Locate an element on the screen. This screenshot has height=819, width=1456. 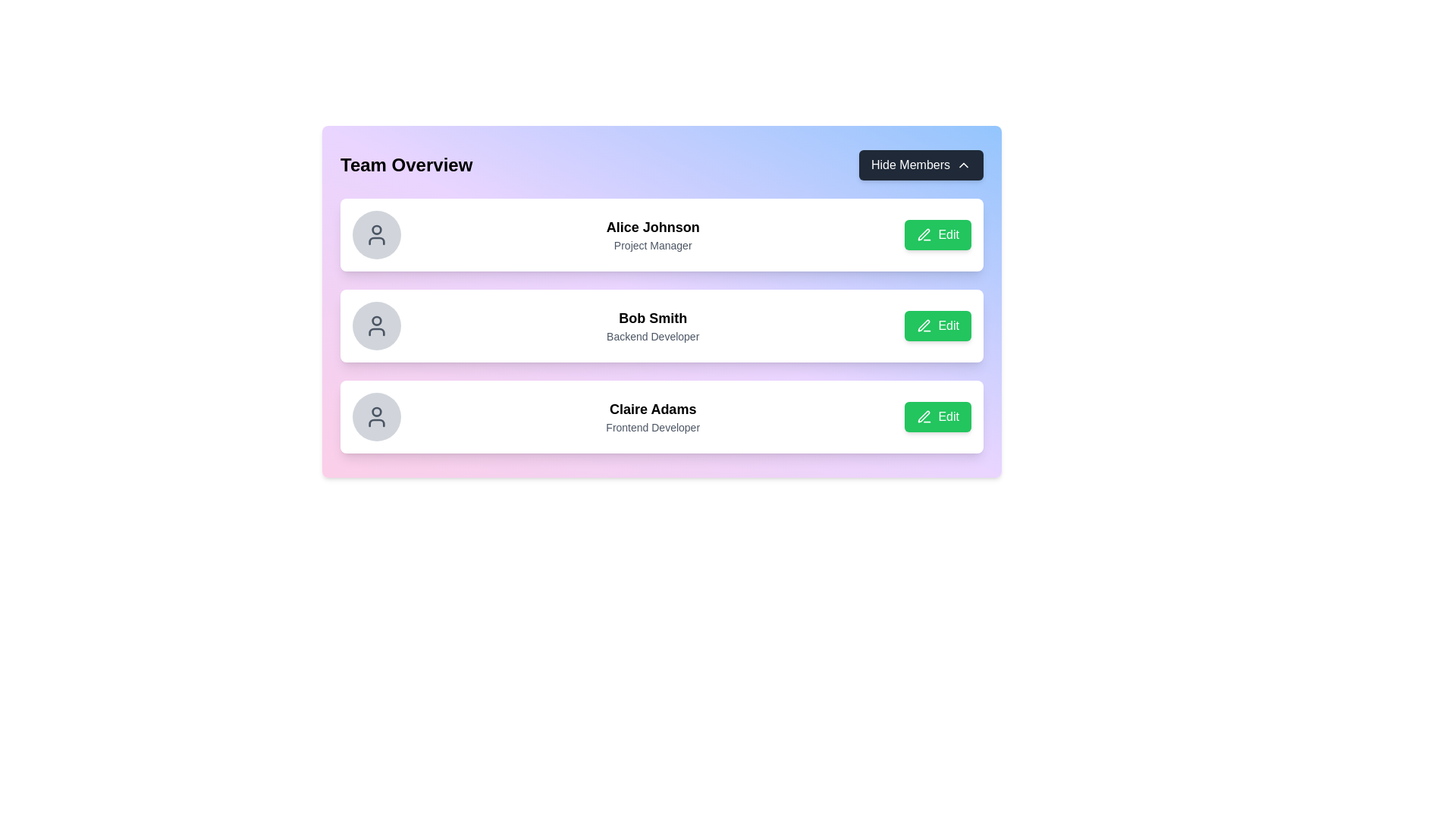
the Profile Avatar Placeholder for user 'Alice Johnson', which is located to the left of the text information and the green 'Edit' button is located at coordinates (377, 234).